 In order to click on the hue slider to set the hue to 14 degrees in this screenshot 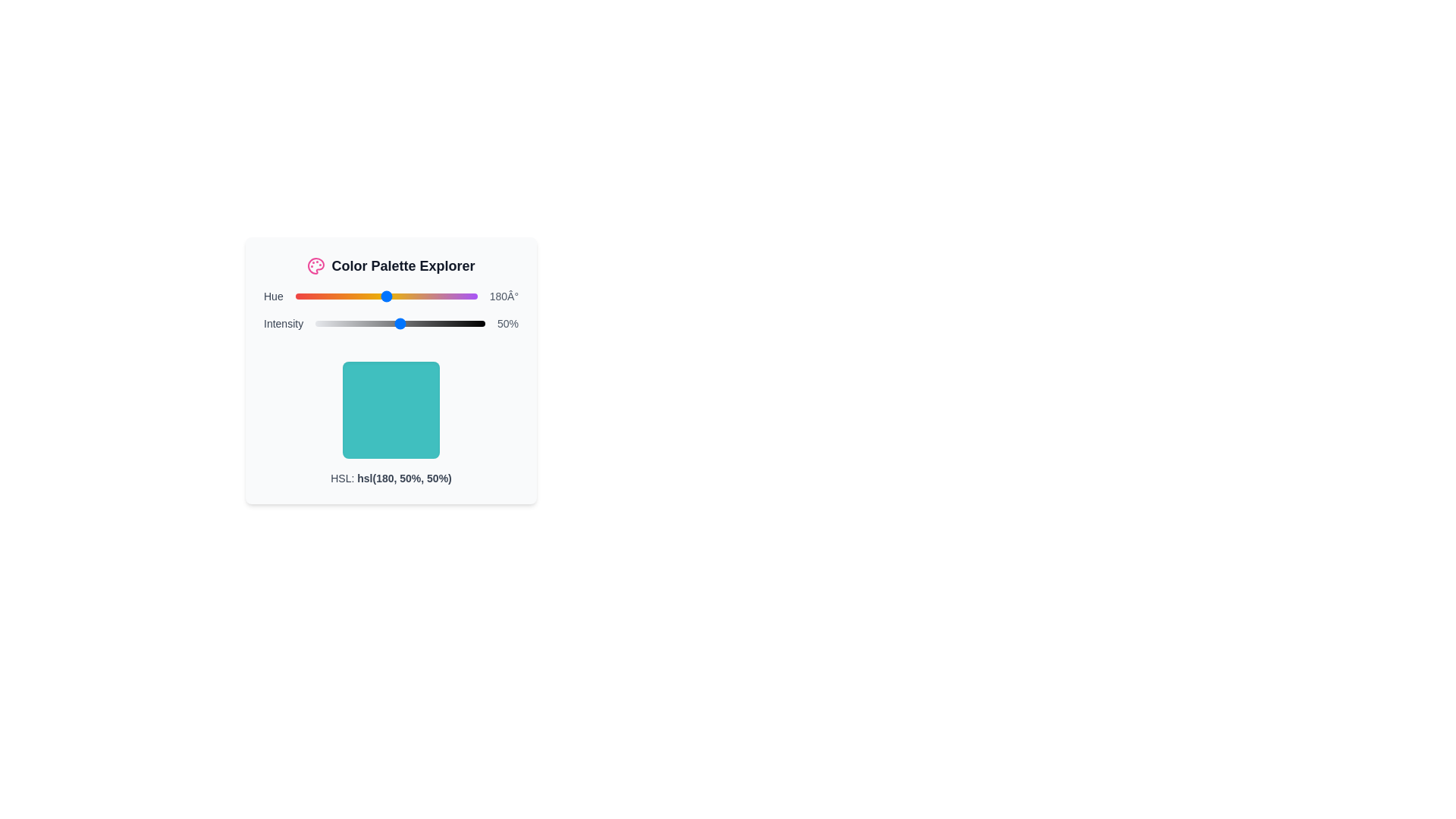, I will do `click(302, 296)`.